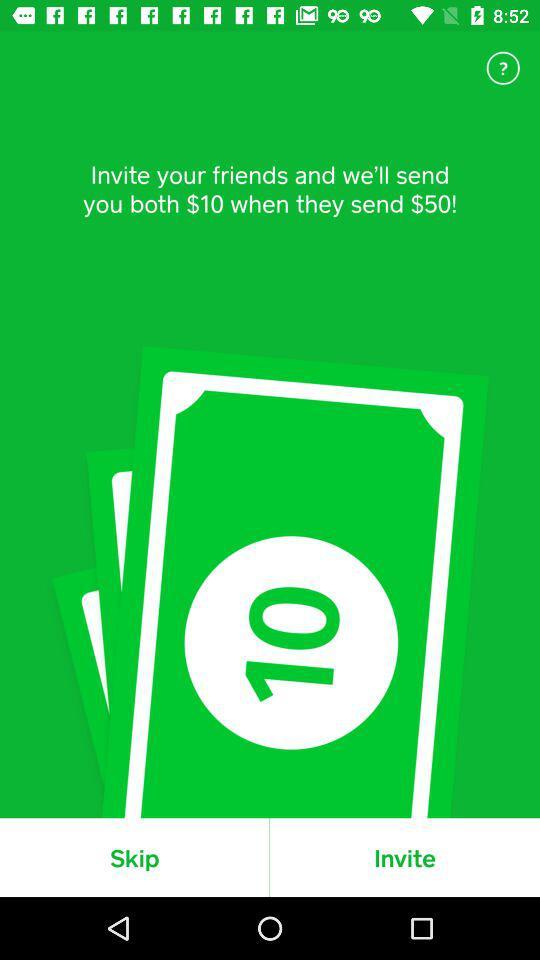 This screenshot has height=960, width=540. I want to click on item at the top right corner, so click(502, 68).